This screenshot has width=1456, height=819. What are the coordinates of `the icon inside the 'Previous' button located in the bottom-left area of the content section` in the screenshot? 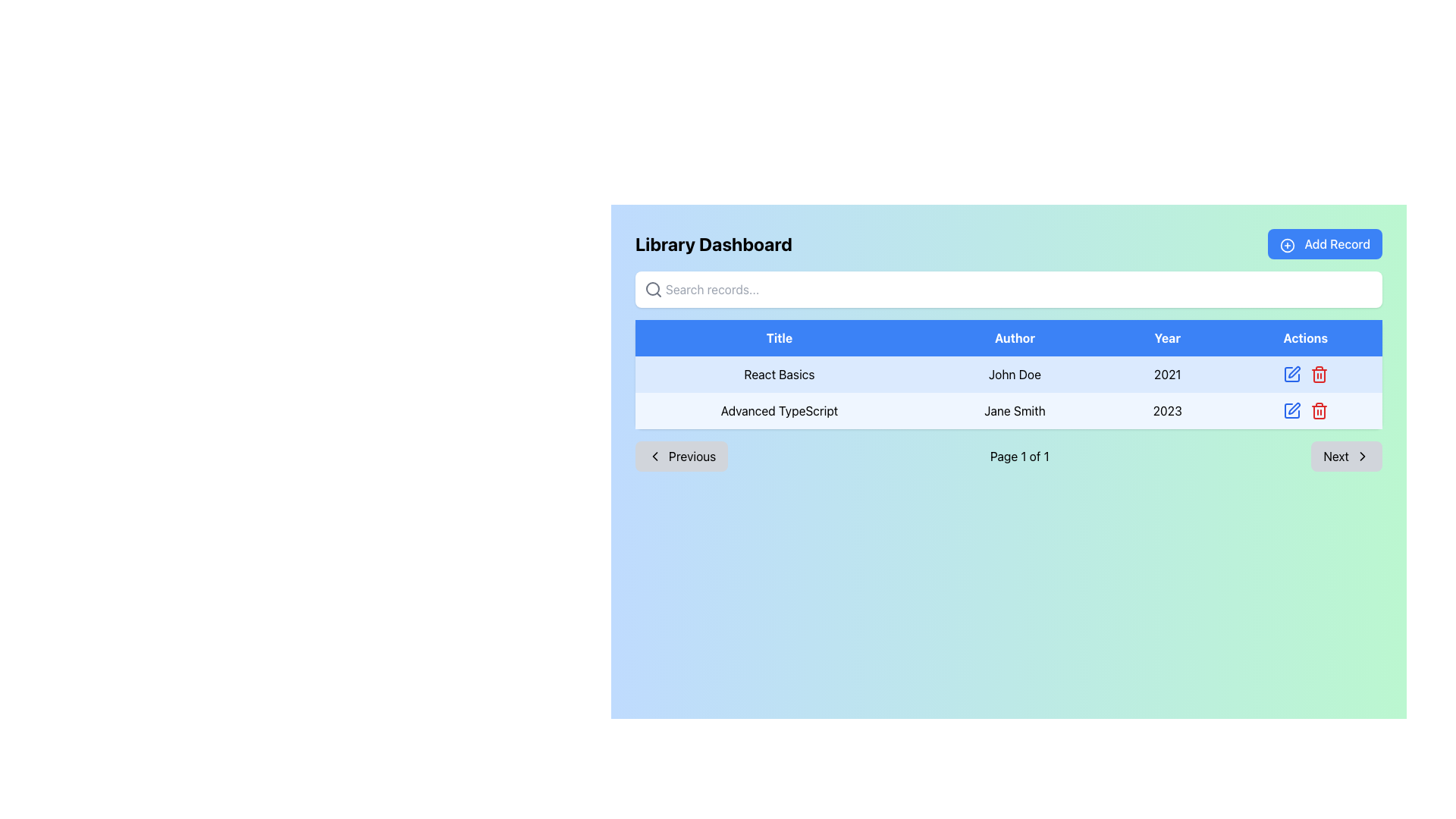 It's located at (655, 455).